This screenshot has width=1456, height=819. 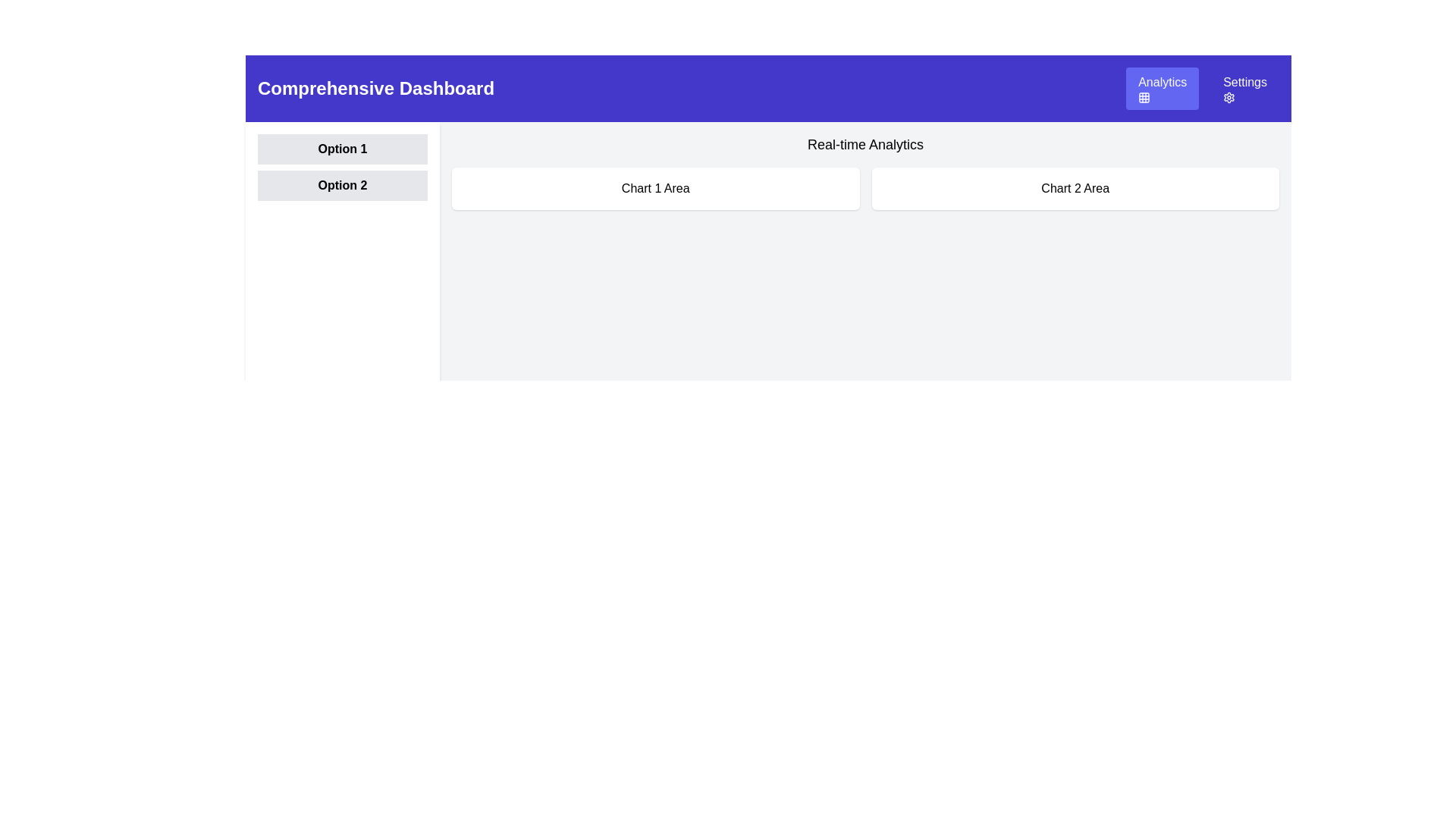 What do you see at coordinates (376, 88) in the screenshot?
I see `the Text label located in the header section of the interface, positioned to the far left side of the bar, serving as the title for the page or application` at bounding box center [376, 88].